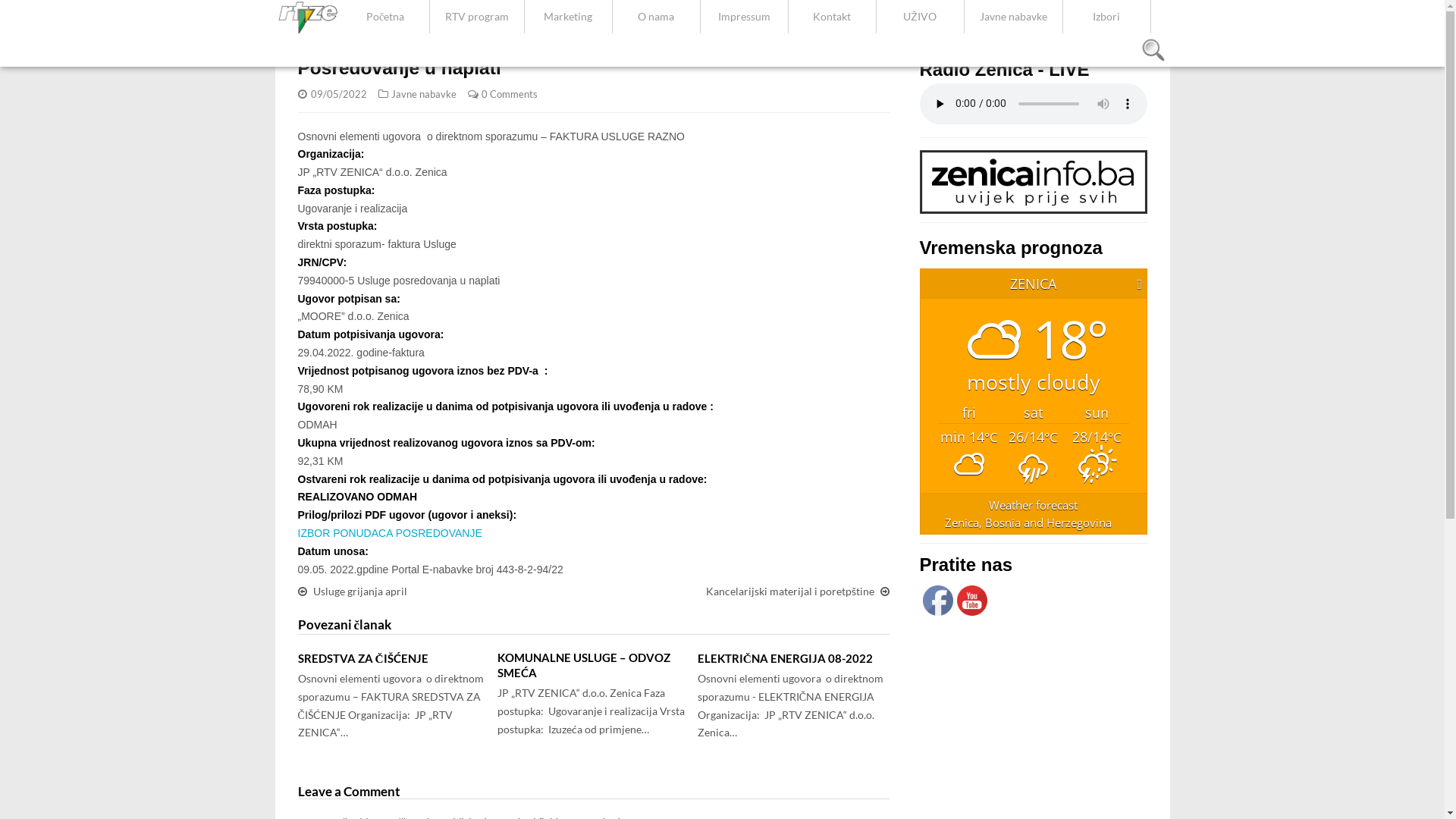 This screenshot has height=819, width=1456. Describe the element at coordinates (656, 17) in the screenshot. I see `'O nama'` at that location.